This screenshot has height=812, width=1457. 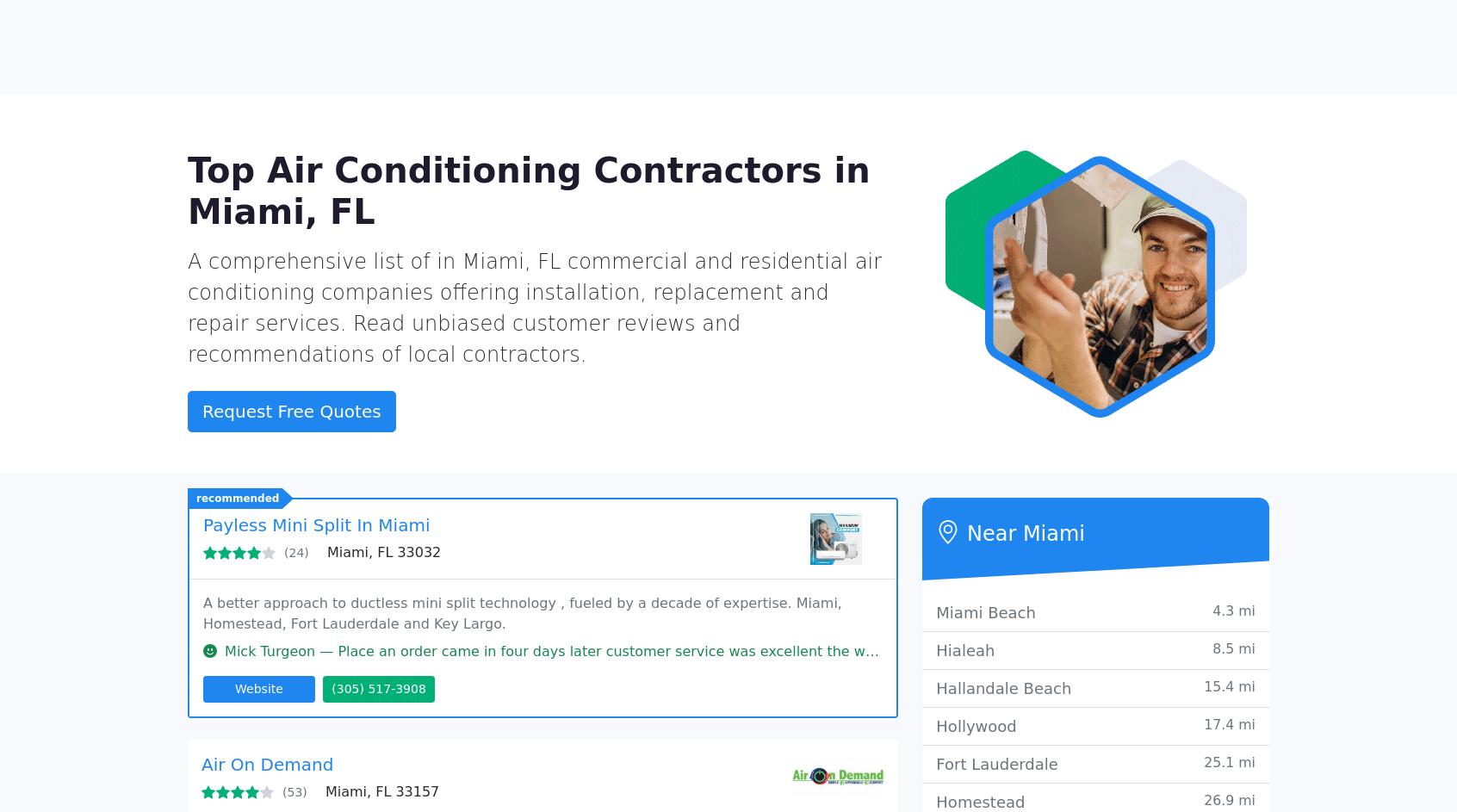 What do you see at coordinates (201, 692) in the screenshot?
I see `'Situated in Miami, Archon Air Management has been delivering South Florida with the best in air conditioning, heating, and ventilation services. We are an HVAC contractor that proudly serves commercial & domestic clients in Miami-Dade, Broward, Palm Beach and Monroe County. We provide every service from sales to repair to installation to meet our clients' requirements.'` at bounding box center [201, 692].